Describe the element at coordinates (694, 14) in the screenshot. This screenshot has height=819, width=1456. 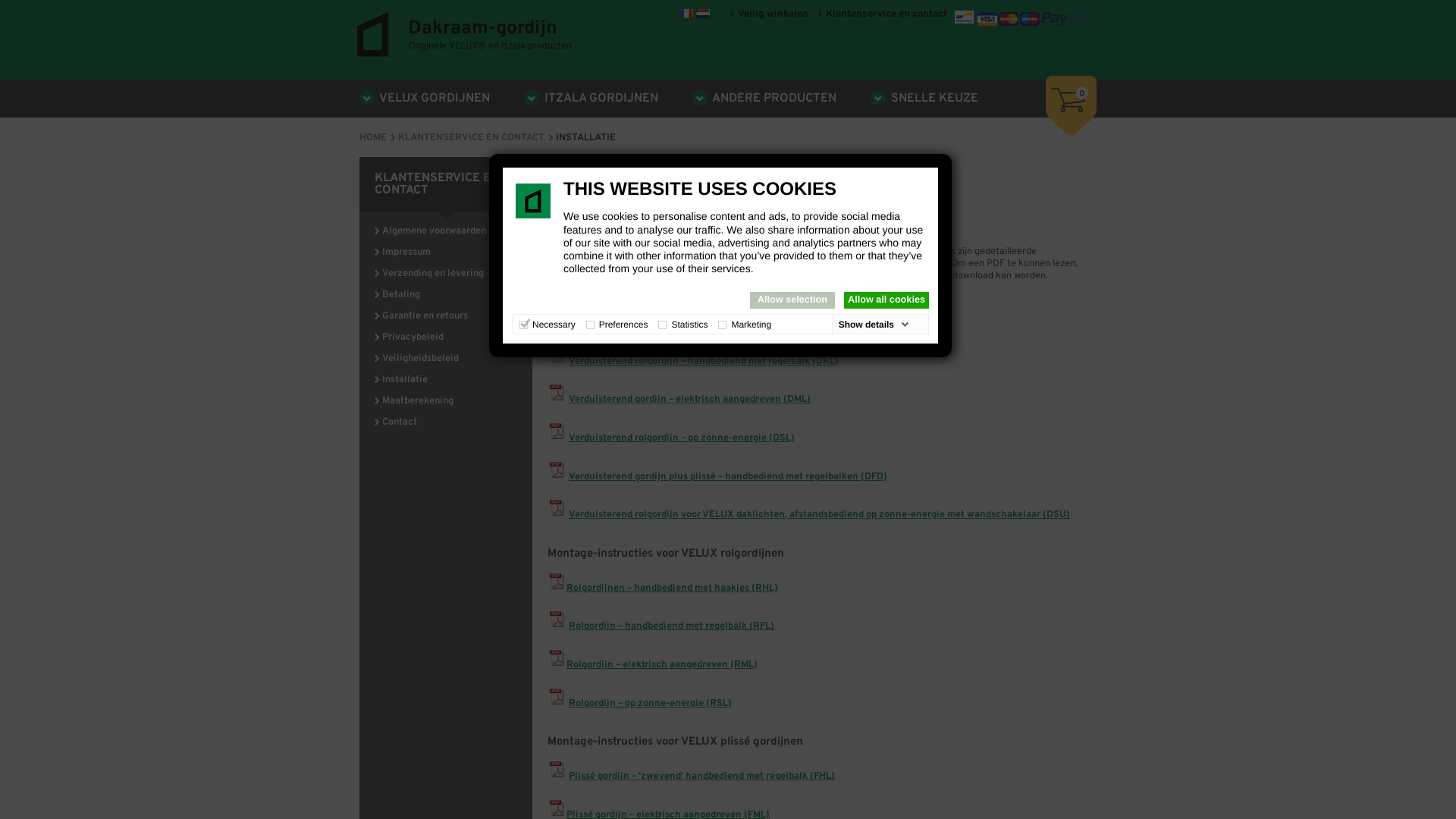
I see `'www.dakraam-gordijn.be'` at that location.